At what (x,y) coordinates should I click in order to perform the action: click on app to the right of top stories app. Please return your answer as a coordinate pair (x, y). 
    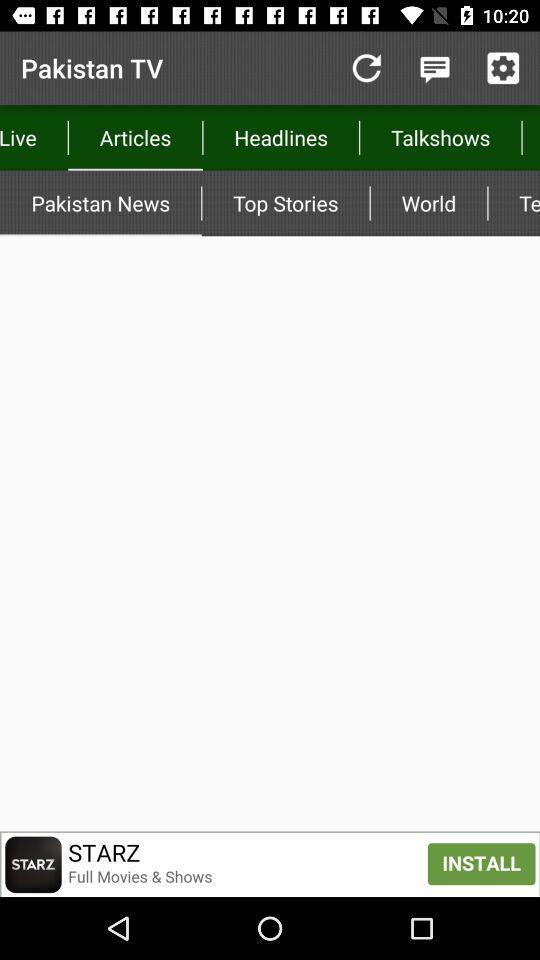
    Looking at the image, I should click on (427, 203).